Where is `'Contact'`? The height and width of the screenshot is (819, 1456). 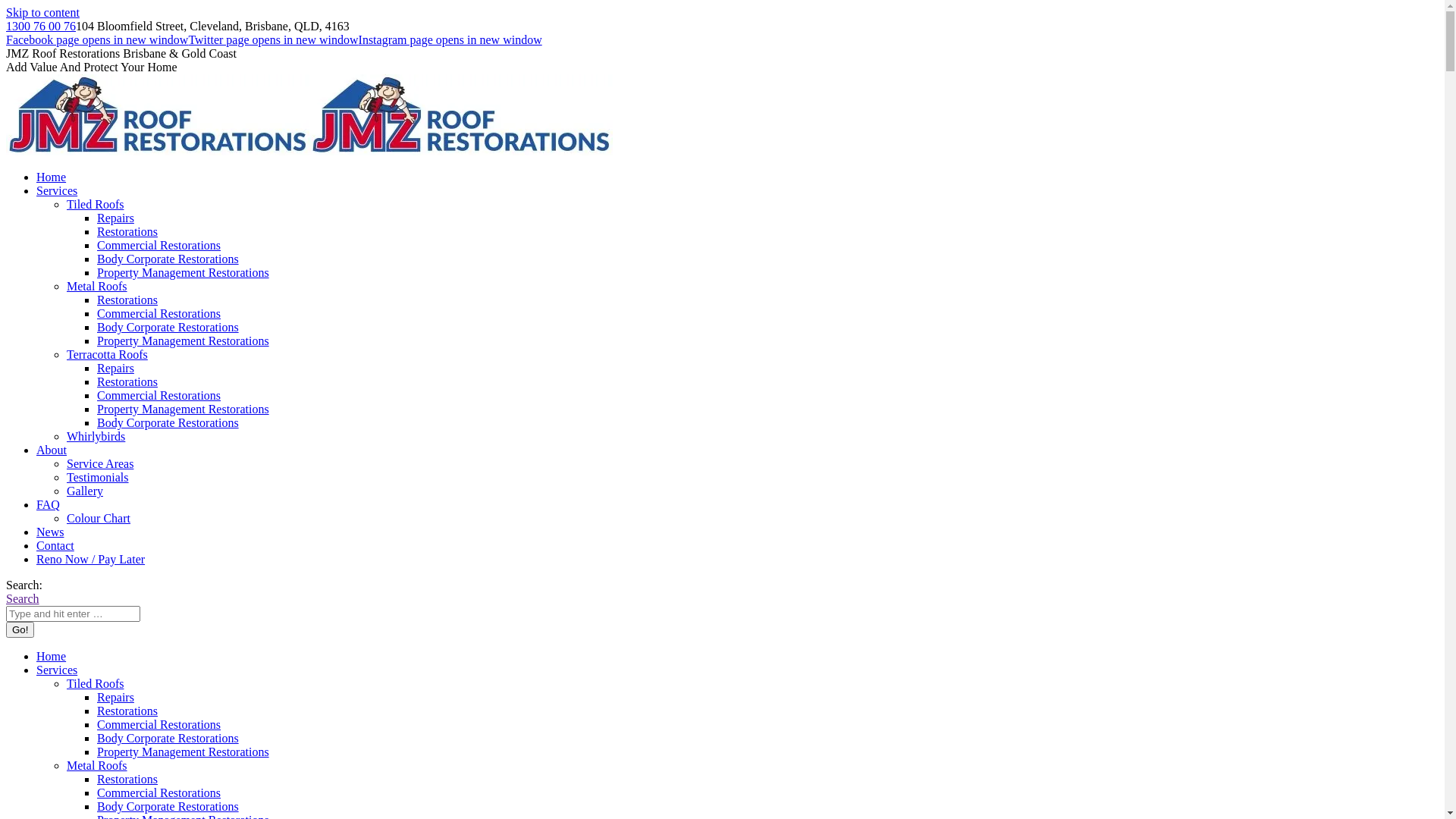
'Contact' is located at coordinates (55, 544).